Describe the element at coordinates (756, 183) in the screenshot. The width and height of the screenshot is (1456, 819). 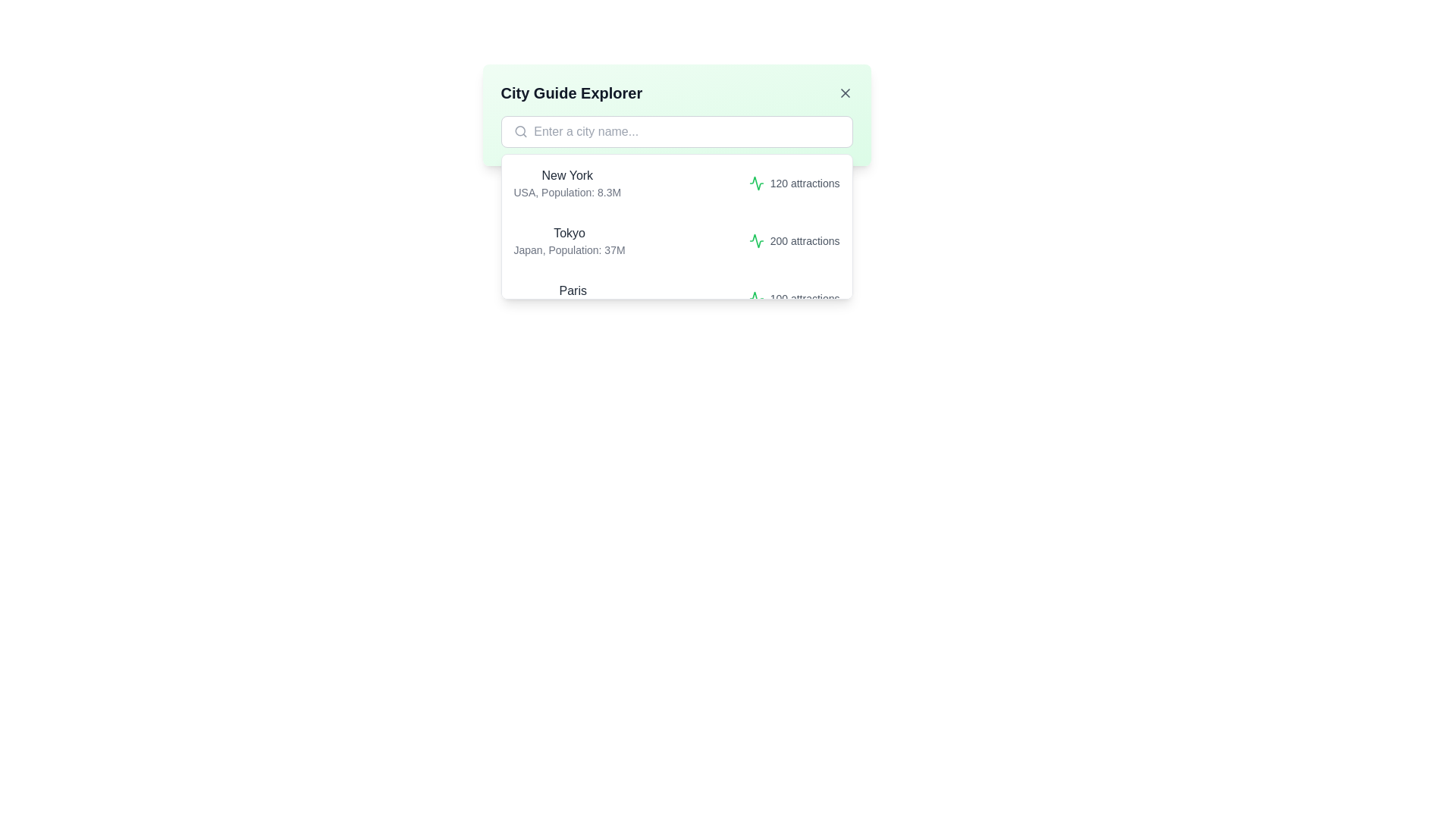
I see `the green zigzag-shaped heartbeat monitor icon located in the second row next to the city 'Tokyo'` at that location.